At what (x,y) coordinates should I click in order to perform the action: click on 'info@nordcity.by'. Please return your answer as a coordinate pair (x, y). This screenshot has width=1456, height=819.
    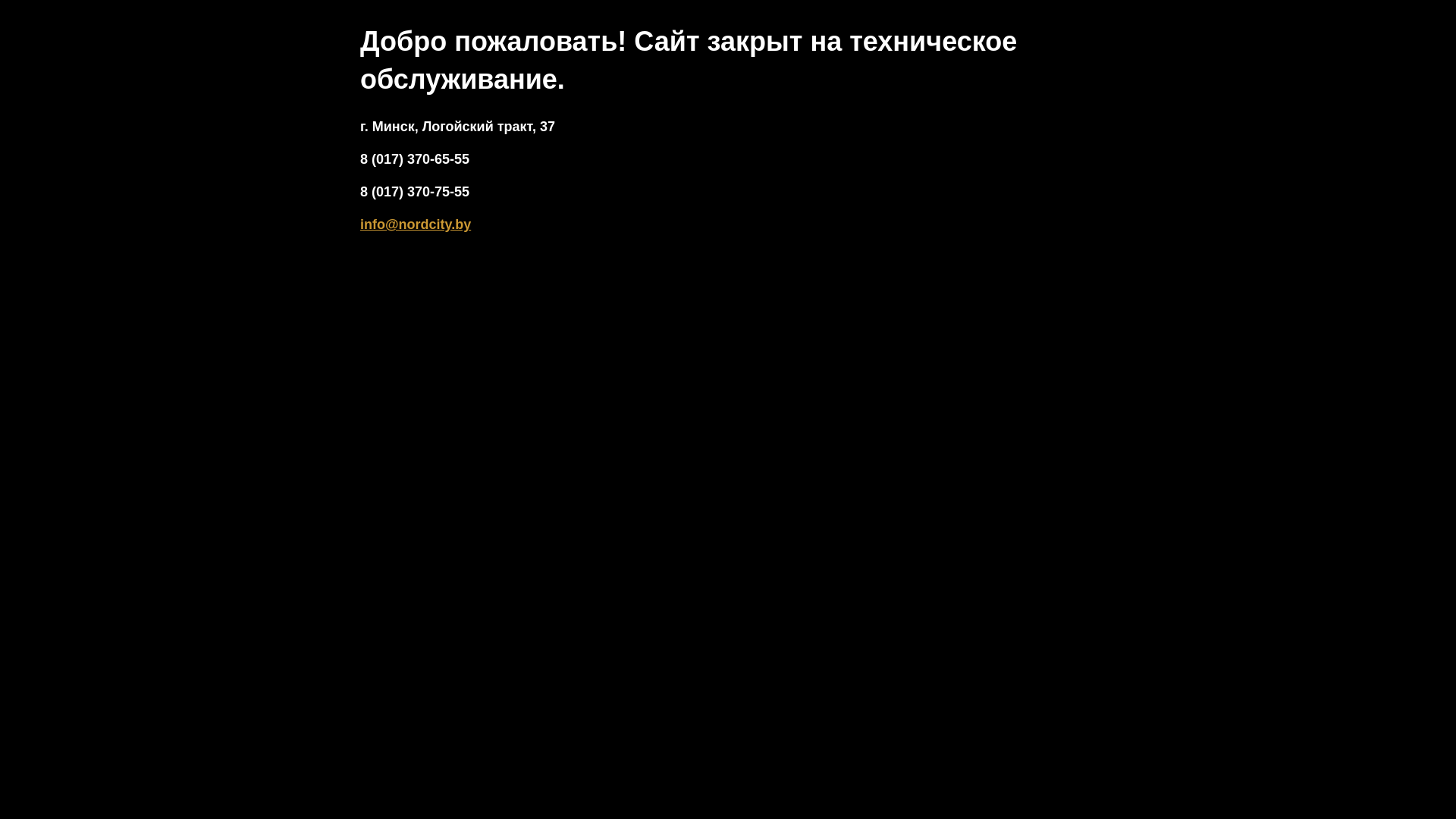
    Looking at the image, I should click on (415, 224).